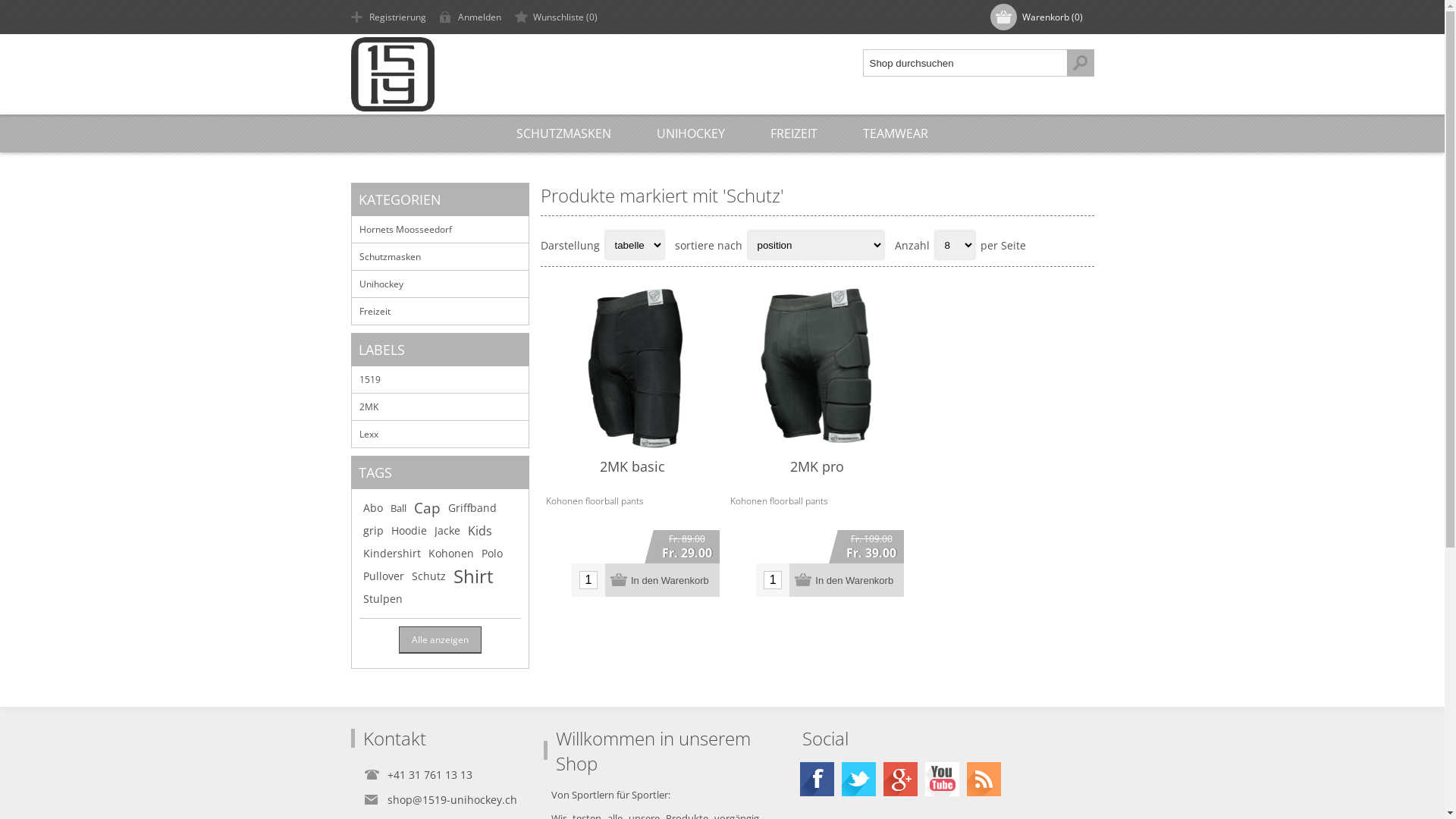  What do you see at coordinates (439, 284) in the screenshot?
I see `'Unihockey'` at bounding box center [439, 284].